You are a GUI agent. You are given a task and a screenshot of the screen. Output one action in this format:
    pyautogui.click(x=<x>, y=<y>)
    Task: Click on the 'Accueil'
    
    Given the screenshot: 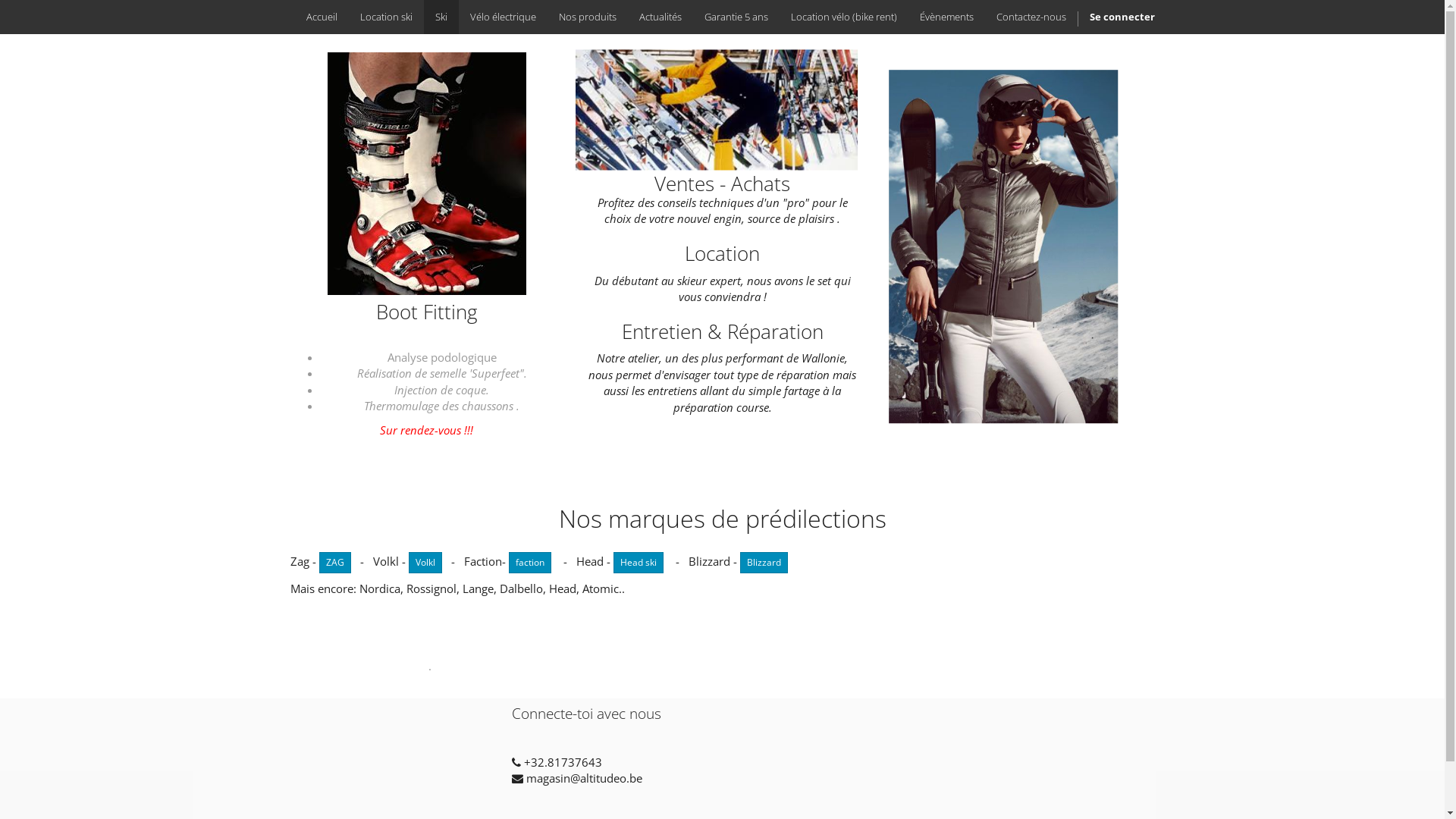 What is the action you would take?
    pyautogui.click(x=294, y=17)
    